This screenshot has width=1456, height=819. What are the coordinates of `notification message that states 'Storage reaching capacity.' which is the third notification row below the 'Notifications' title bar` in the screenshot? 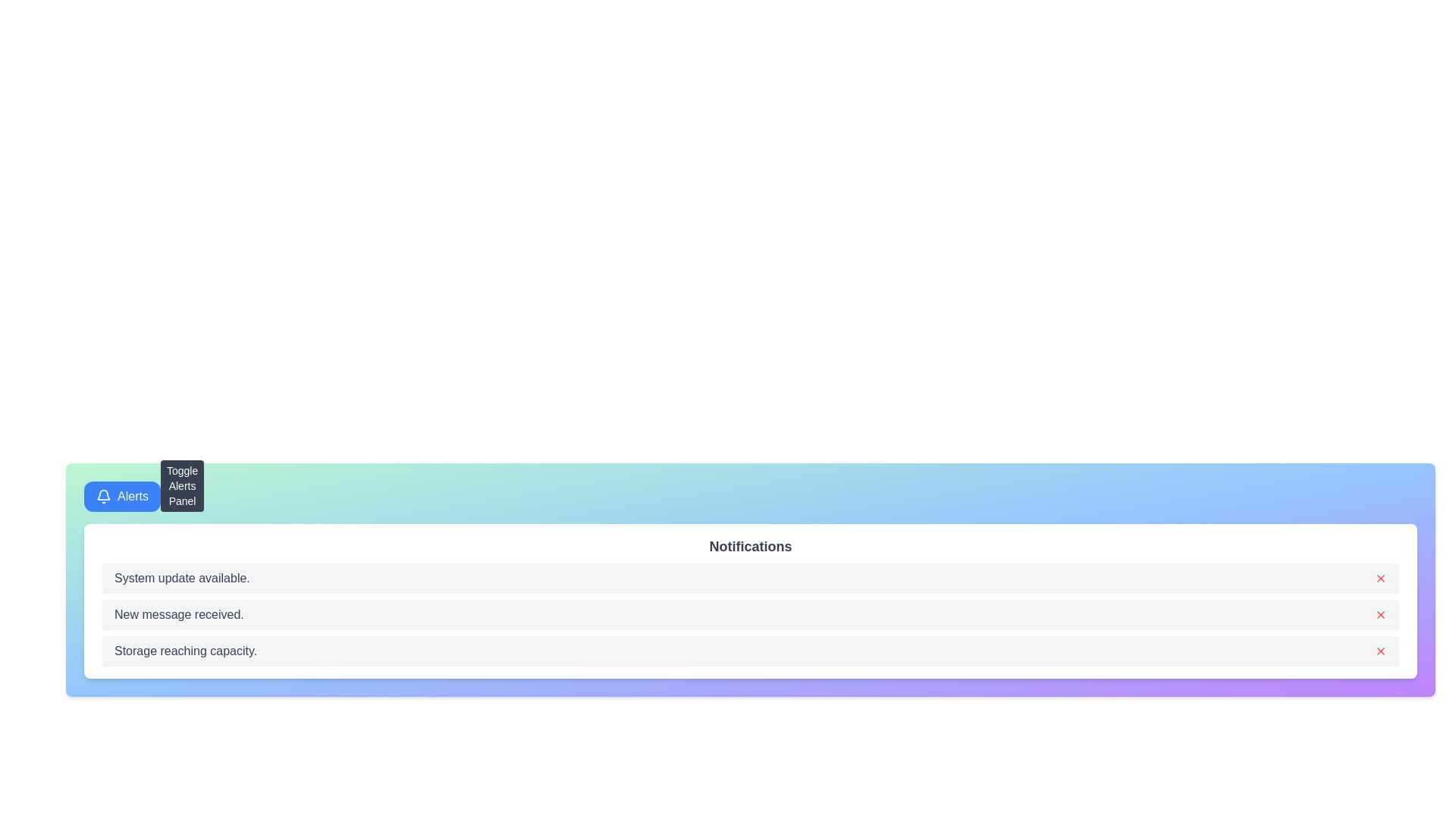 It's located at (750, 651).